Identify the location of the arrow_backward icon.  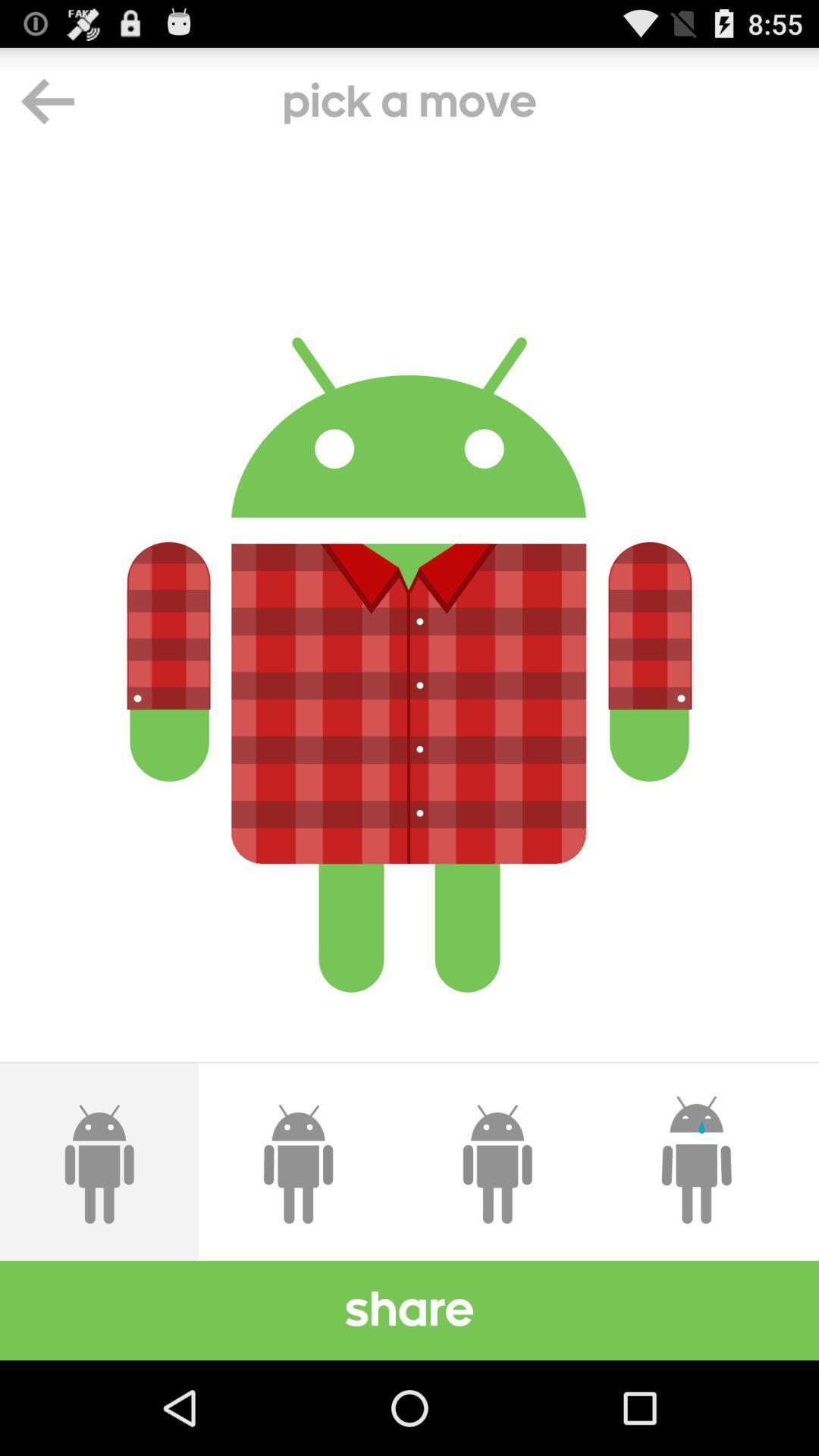
(46, 101).